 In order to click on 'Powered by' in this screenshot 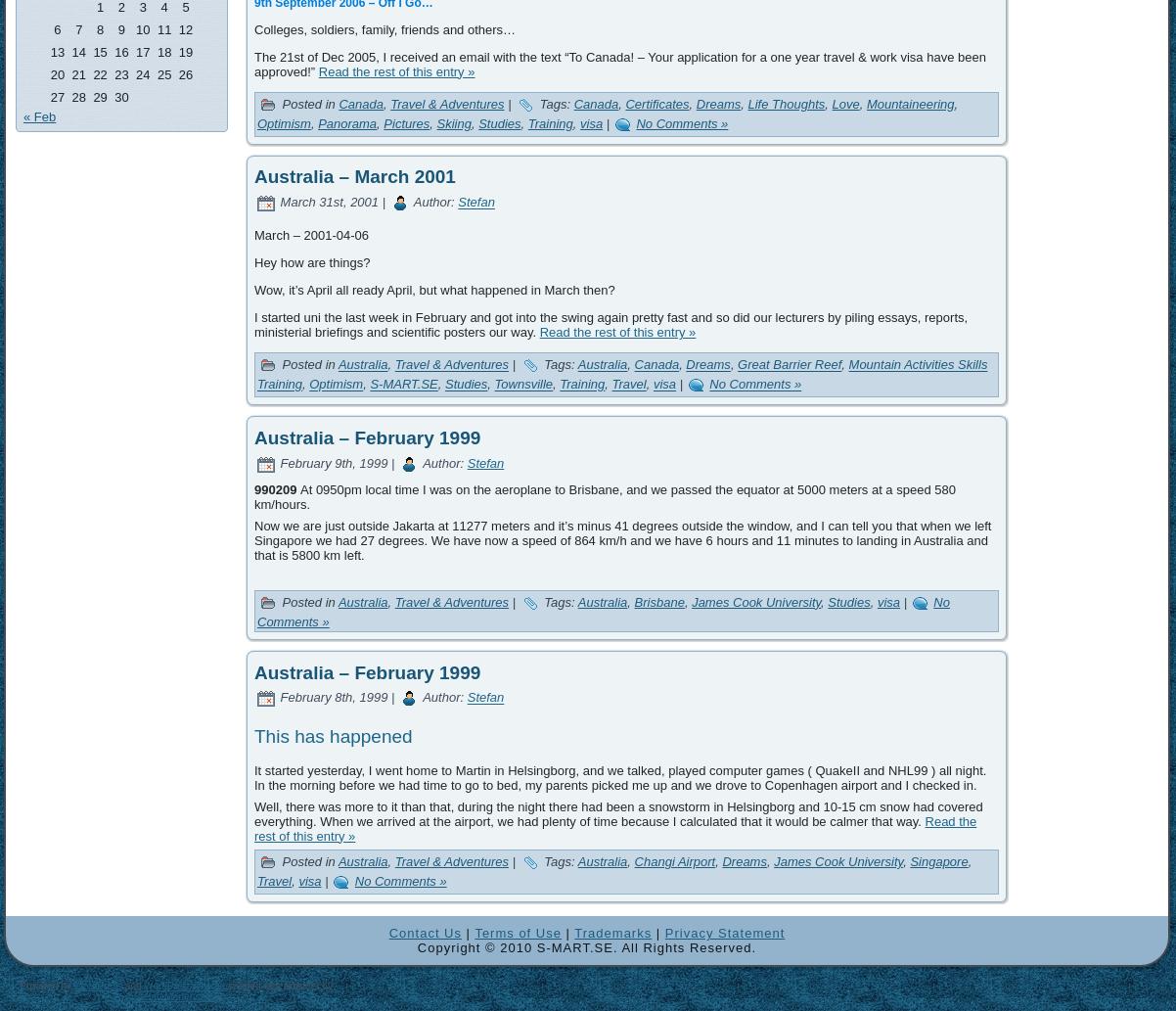, I will do `click(46, 985)`.